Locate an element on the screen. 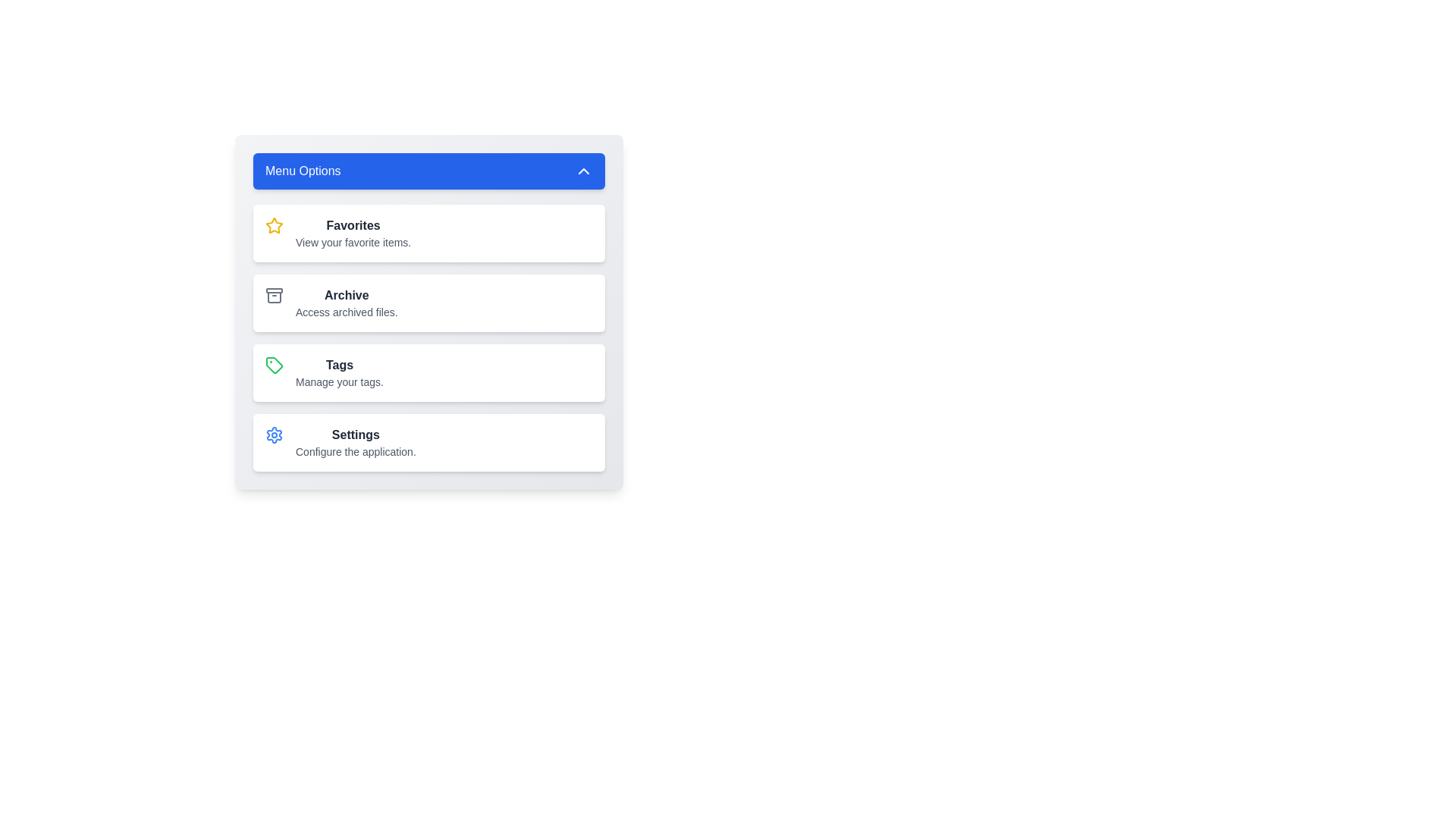 This screenshot has height=819, width=1456. the gear-like icon symbolizing settings is located at coordinates (274, 435).